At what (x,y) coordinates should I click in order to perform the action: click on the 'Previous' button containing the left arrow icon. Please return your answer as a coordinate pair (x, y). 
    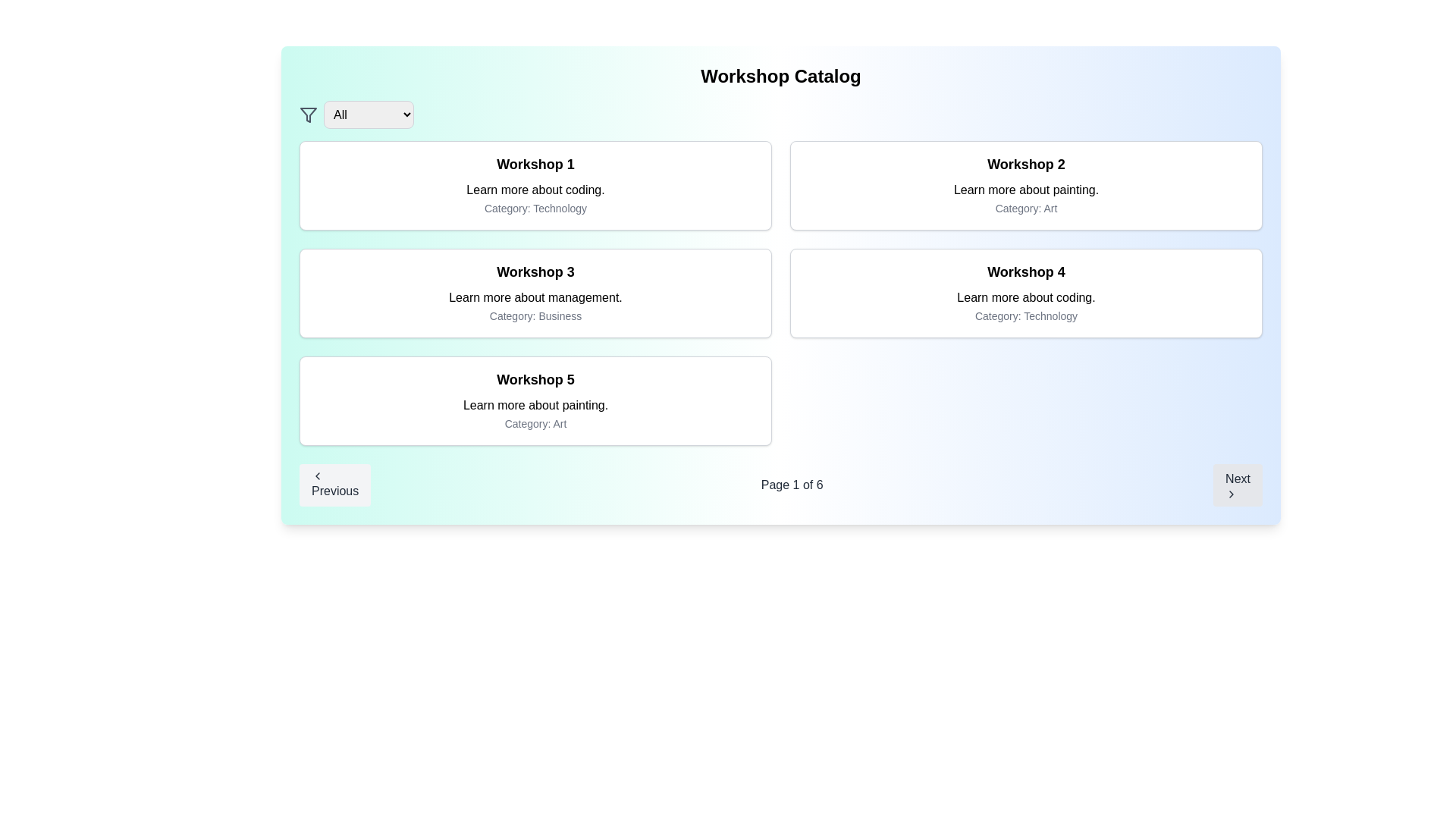
    Looking at the image, I should click on (316, 475).